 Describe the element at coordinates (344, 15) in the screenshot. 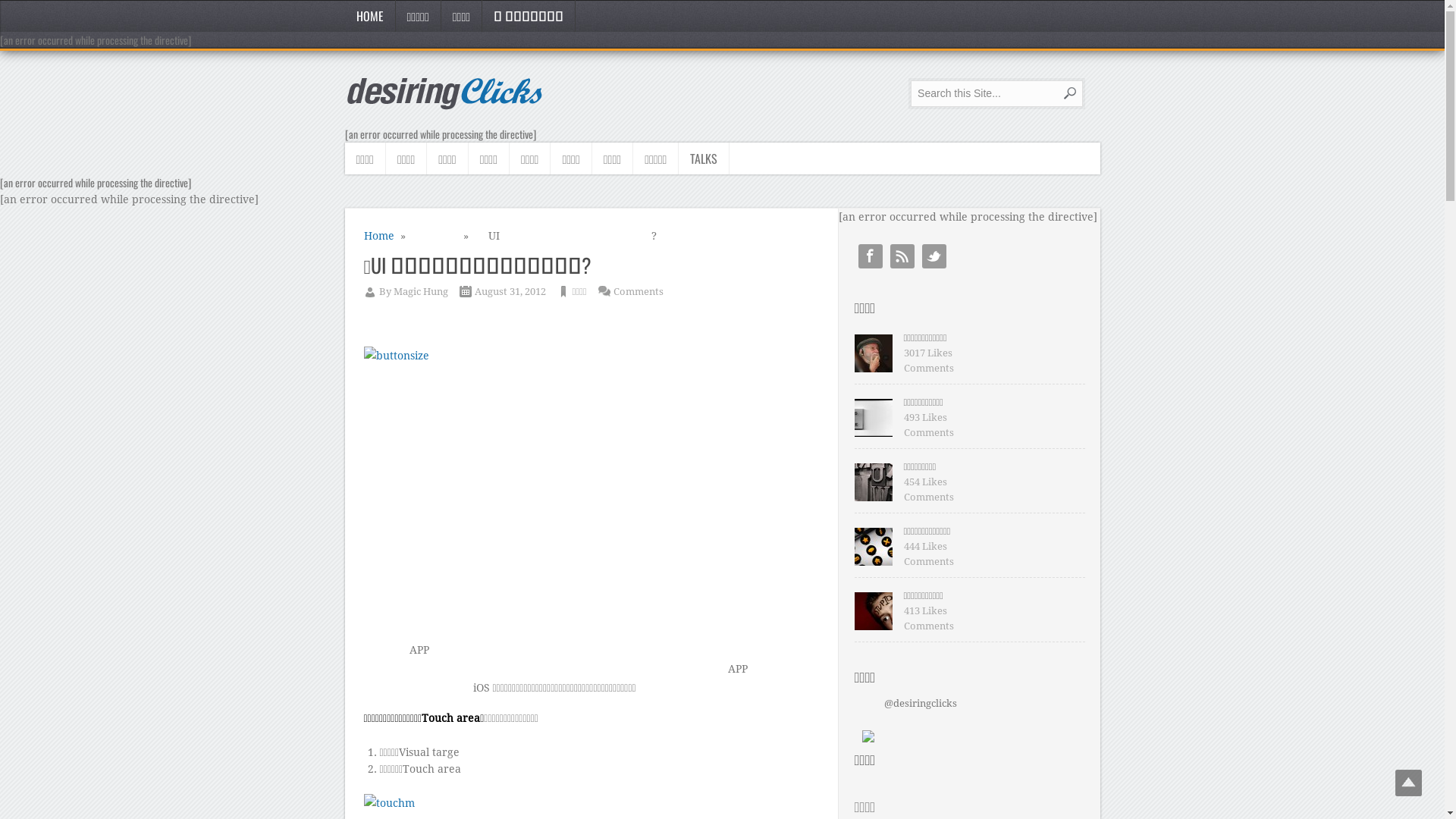

I see `'HOME'` at that location.